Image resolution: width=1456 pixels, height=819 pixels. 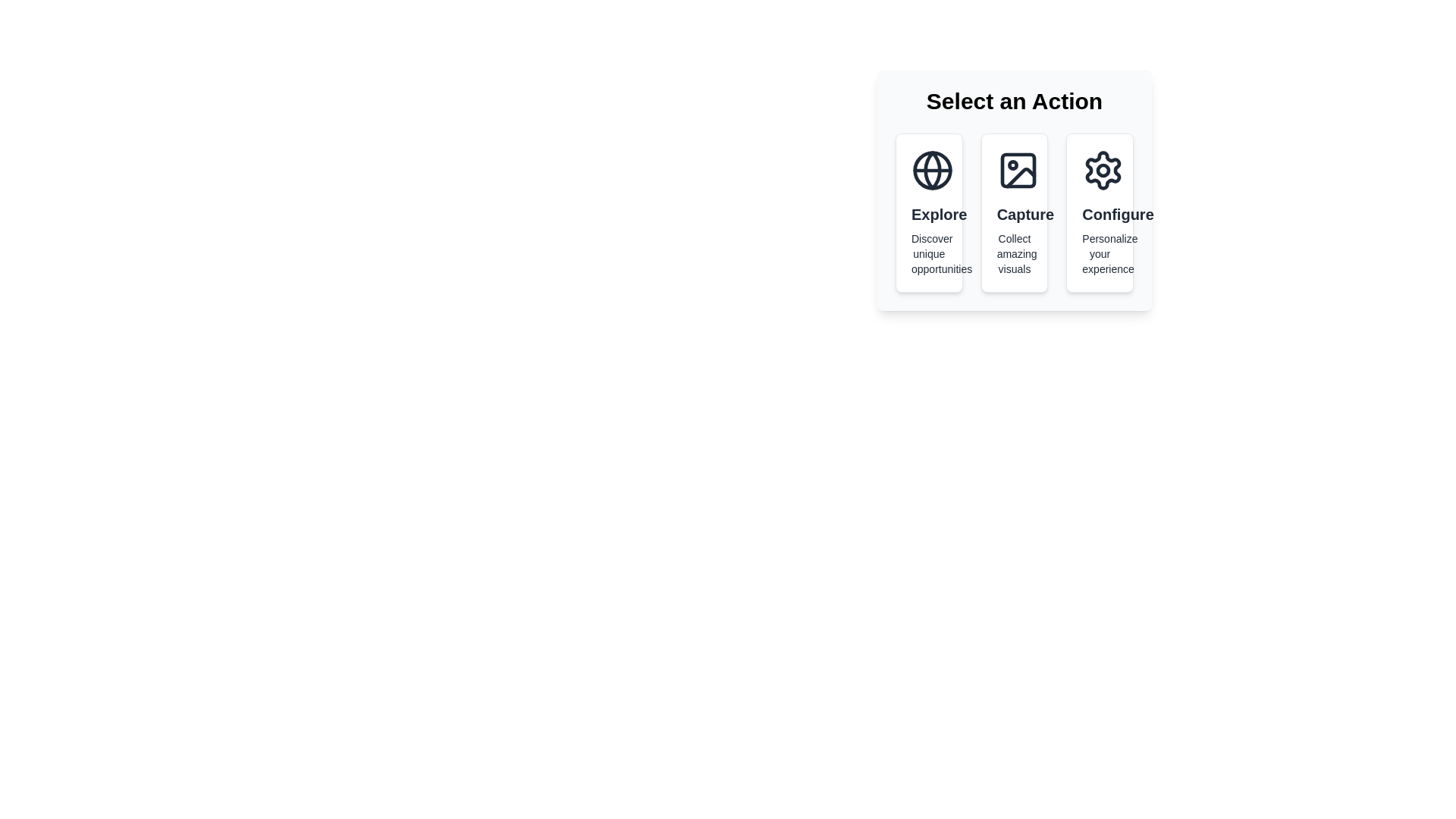 What do you see at coordinates (1103, 170) in the screenshot?
I see `the gear icon representing settings in the 'Configure' card, which is the fourth icon in a horizontal layout under 'Personalize your experience.'` at bounding box center [1103, 170].